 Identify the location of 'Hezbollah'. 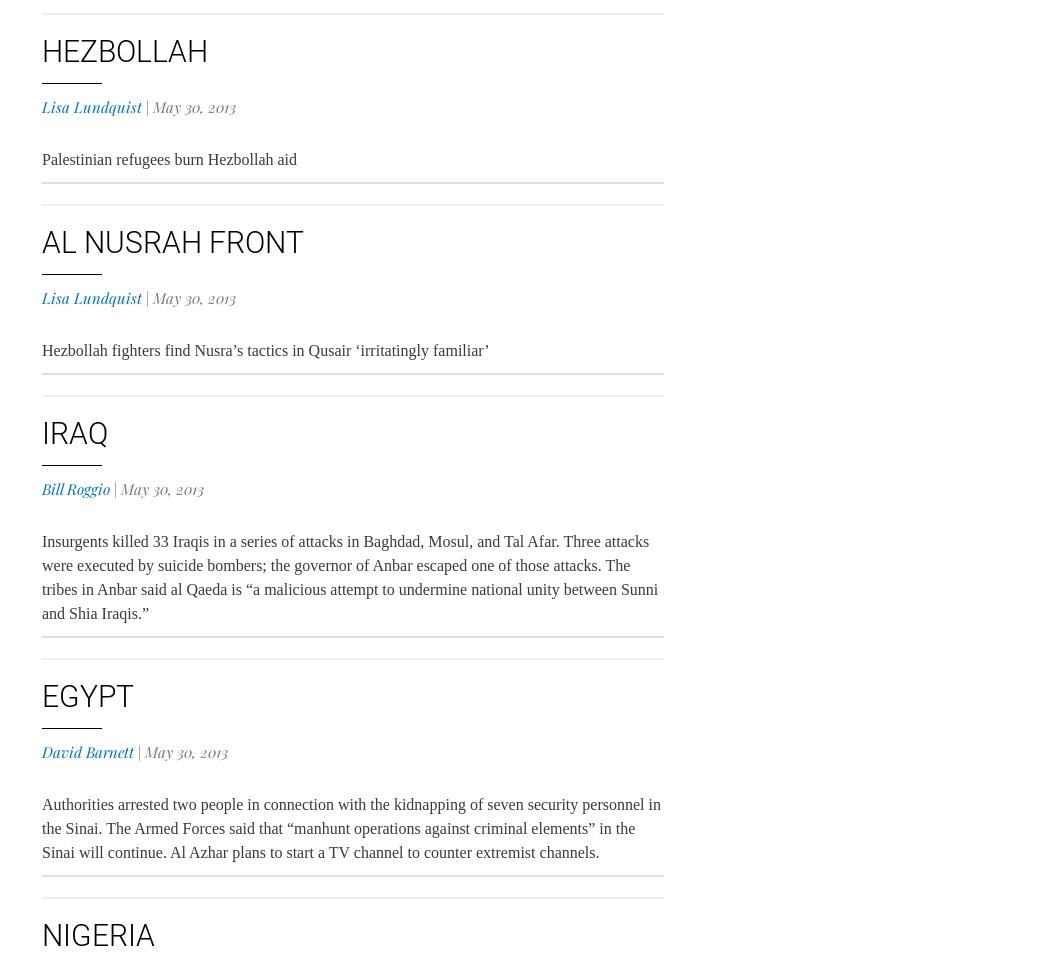
(123, 50).